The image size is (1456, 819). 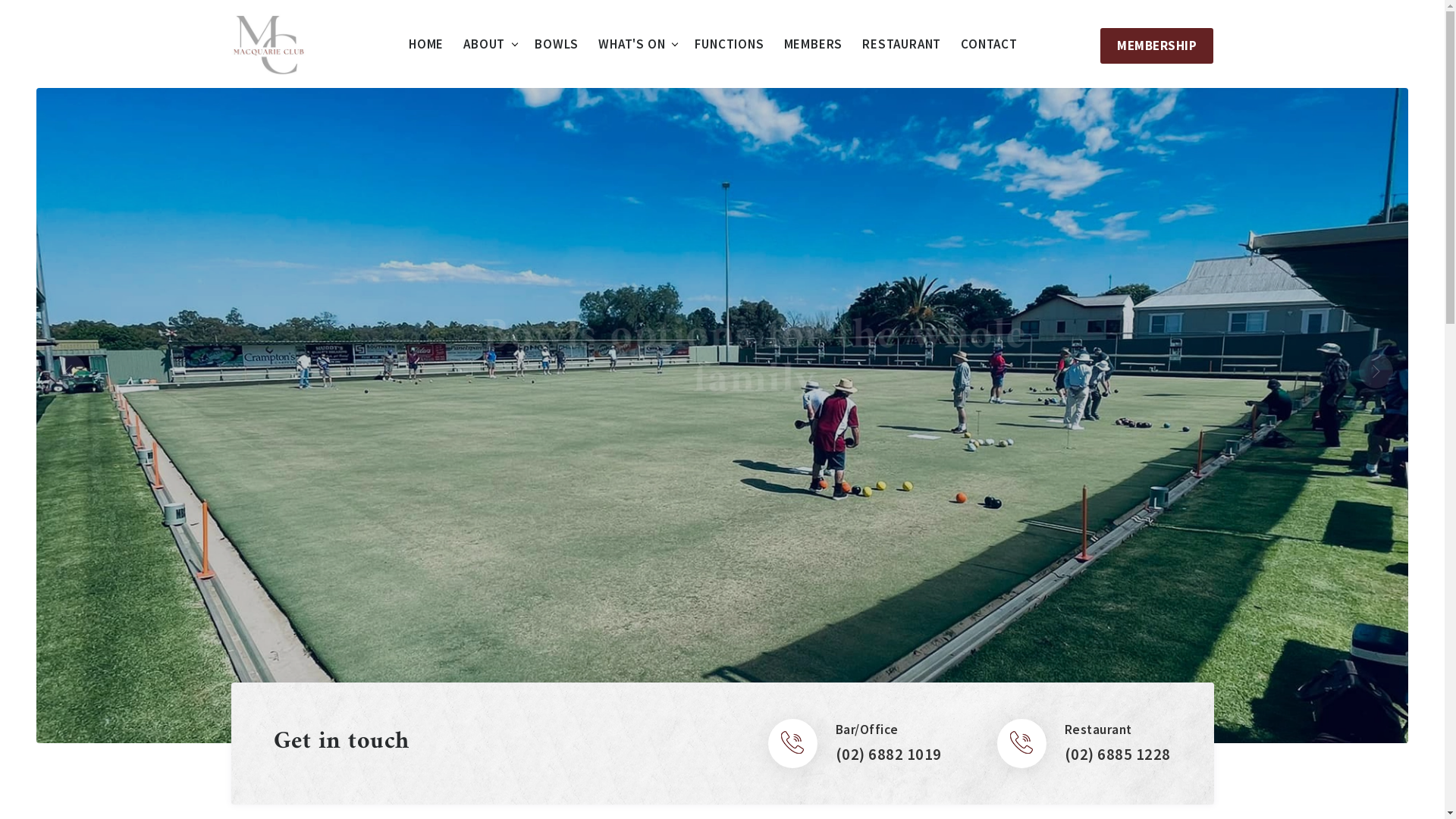 I want to click on 'FUNCTIONS', so click(x=729, y=43).